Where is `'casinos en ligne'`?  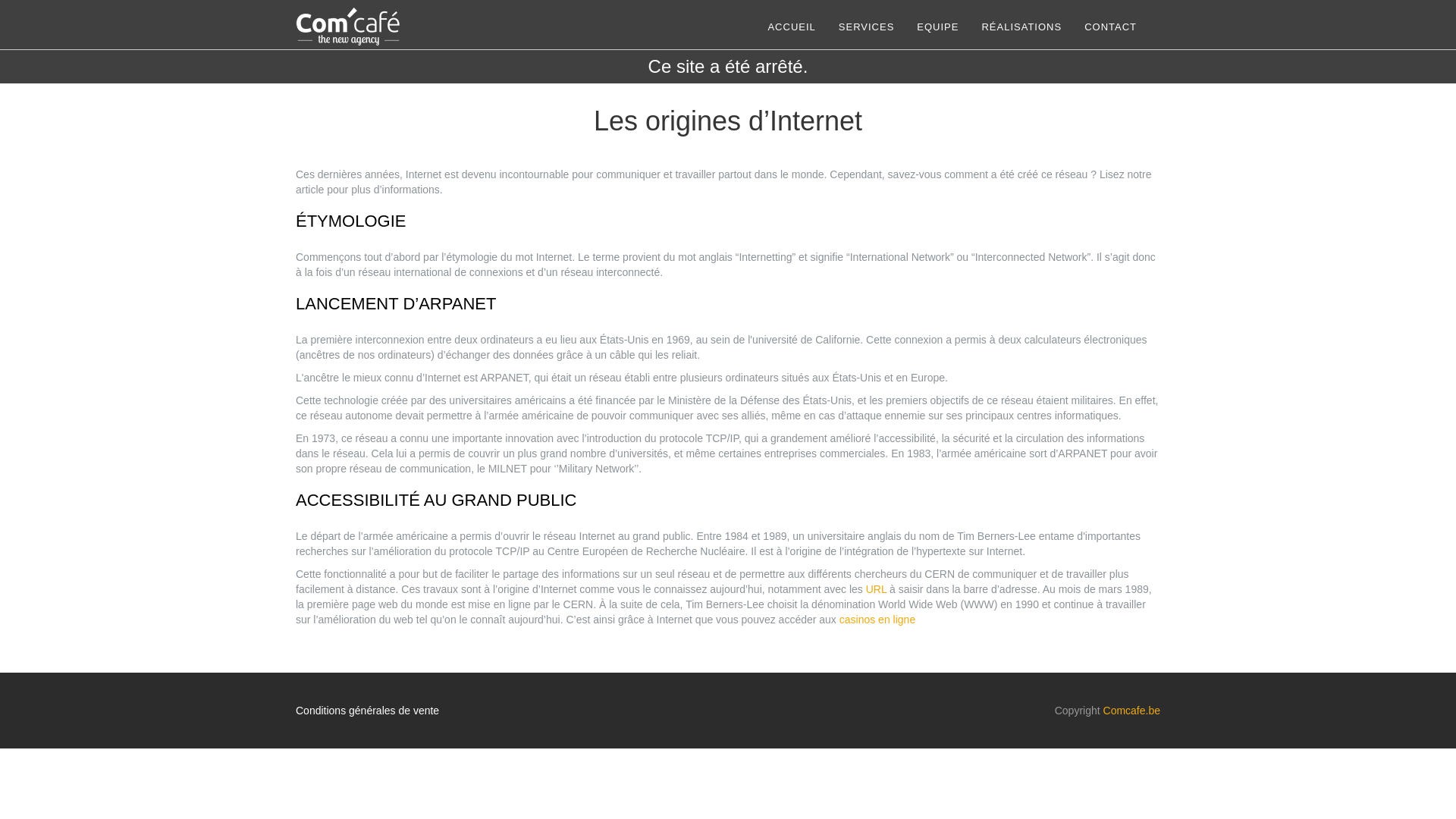
'casinos en ligne' is located at coordinates (877, 620).